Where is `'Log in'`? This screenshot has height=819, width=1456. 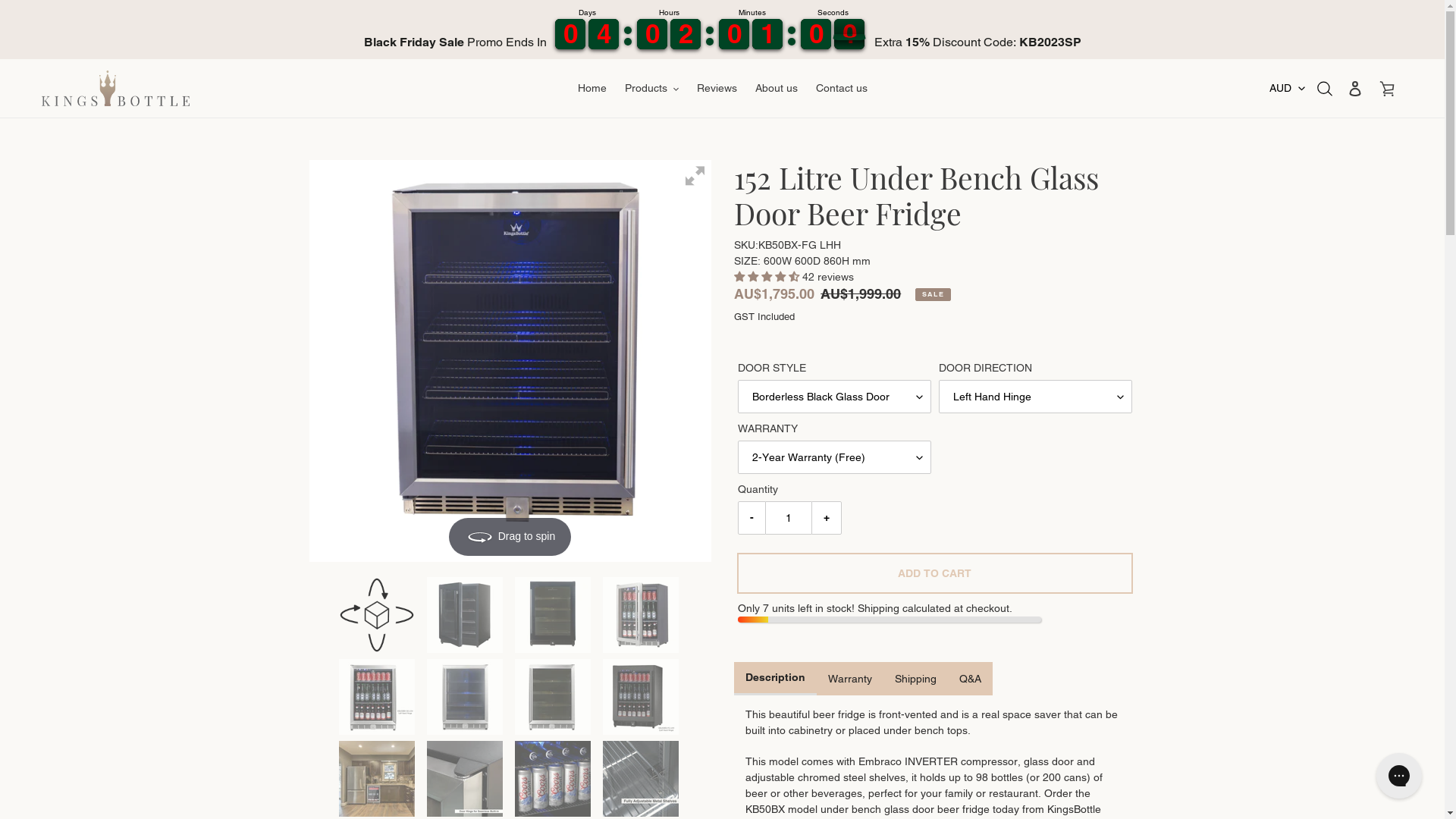
'Log in' is located at coordinates (1354, 88).